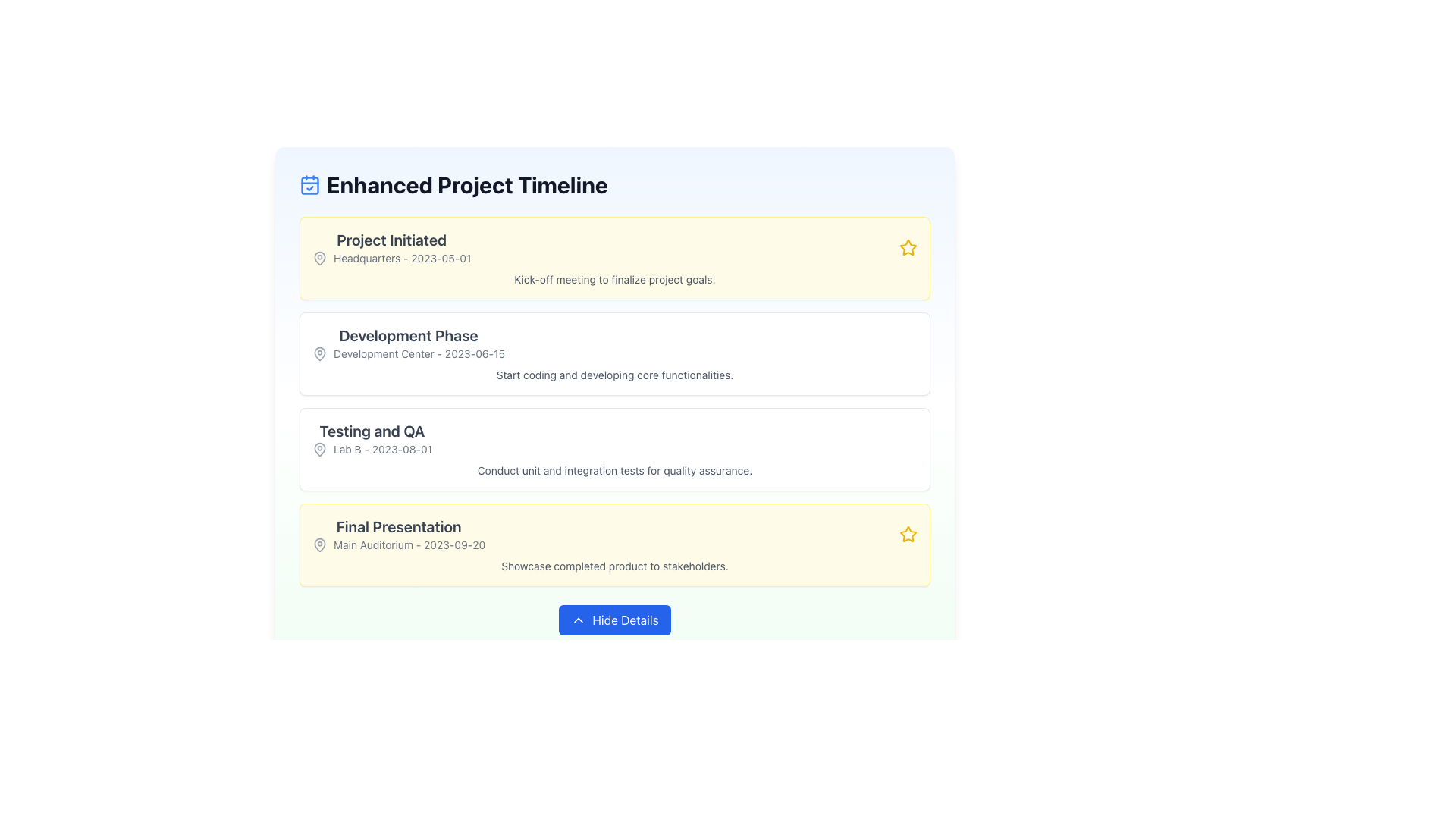 The image size is (1456, 819). Describe the element at coordinates (399, 526) in the screenshot. I see `the Text Label that serves as a header or title for its section, positioned above the secondary text 'Main Auditorium - 2023-09-20' and next to a map pin icon` at that location.